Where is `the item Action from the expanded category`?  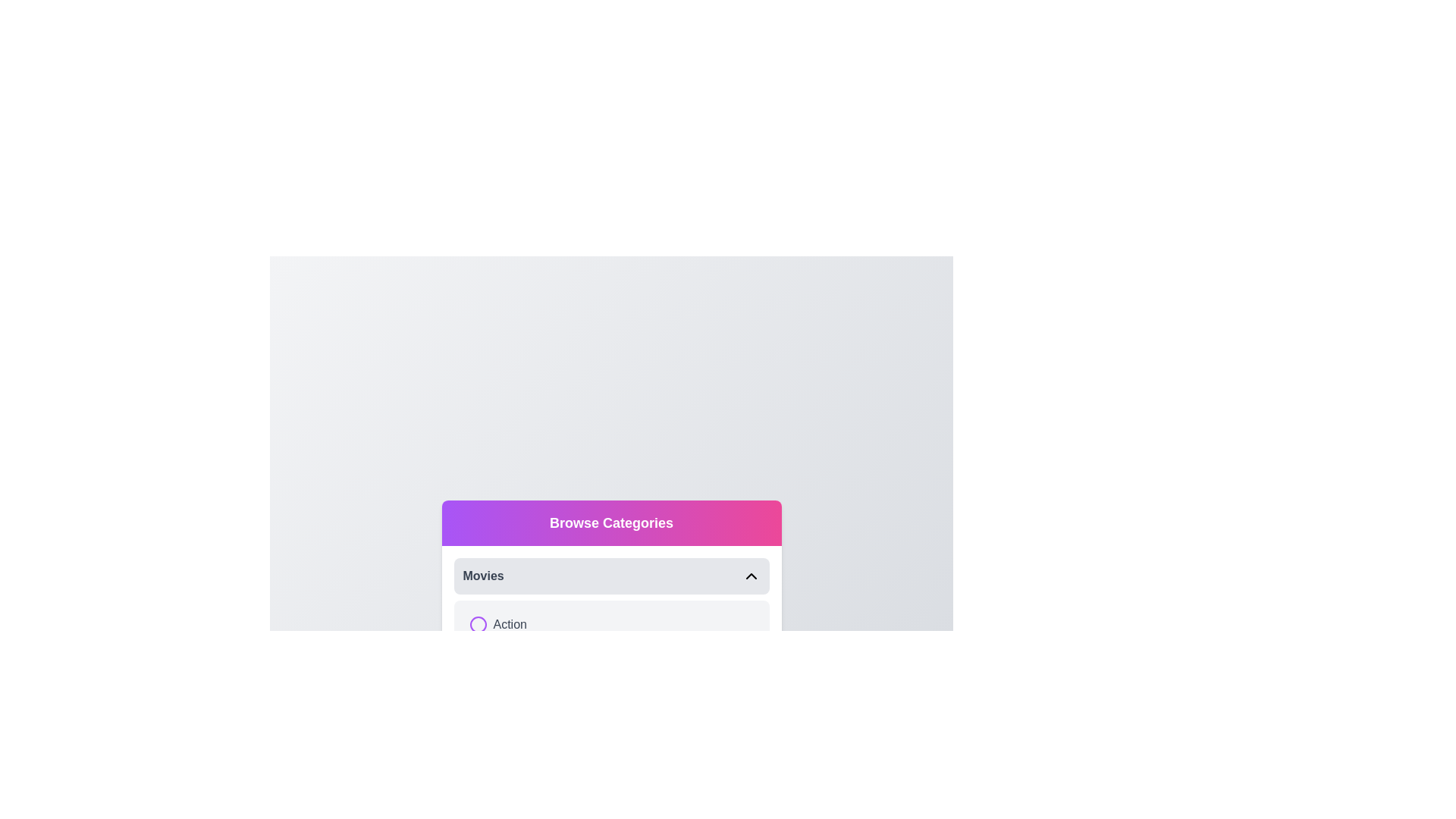
the item Action from the expanded category is located at coordinates (477, 625).